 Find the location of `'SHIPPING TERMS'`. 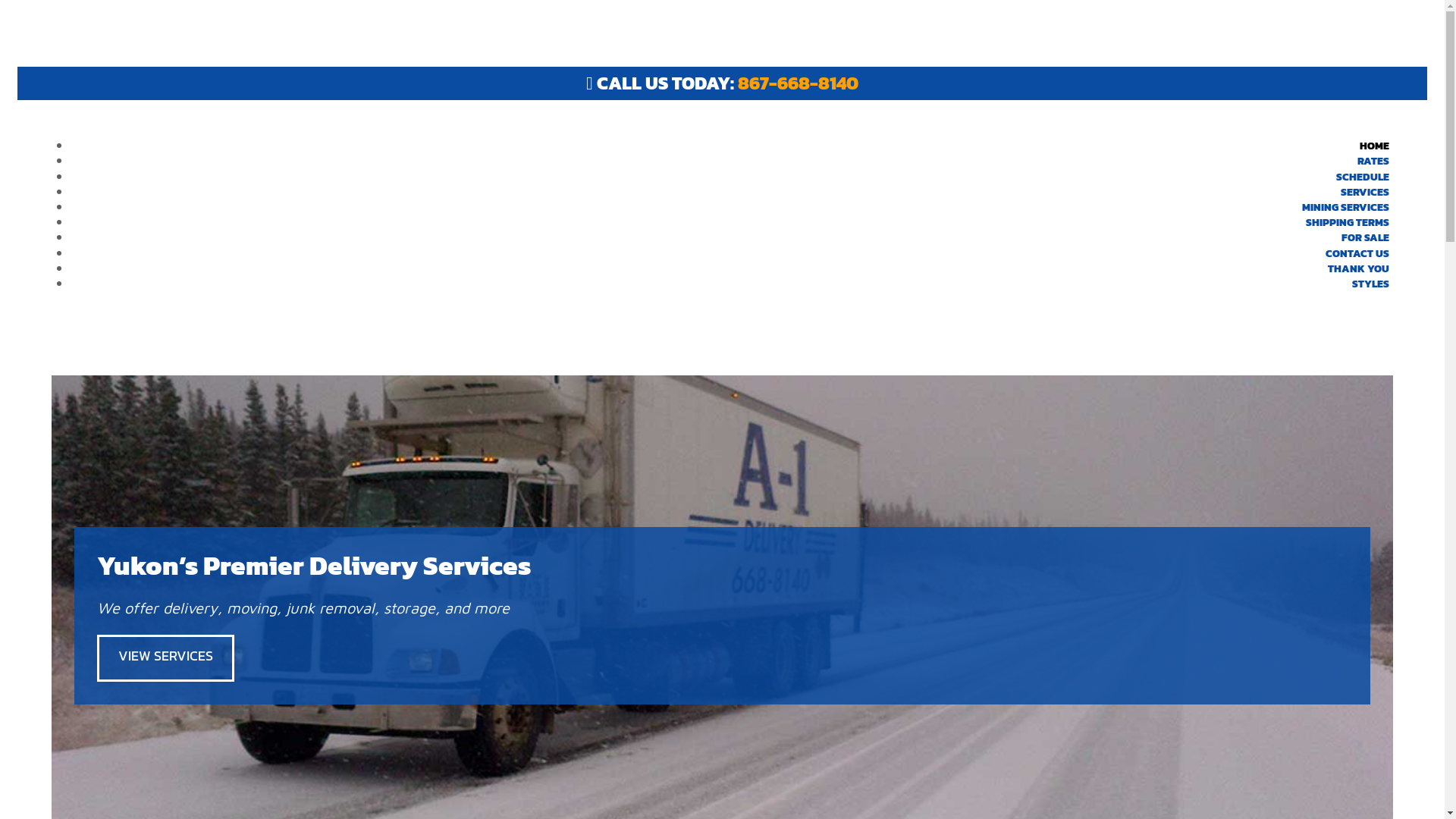

'SHIPPING TERMS' is located at coordinates (1347, 222).